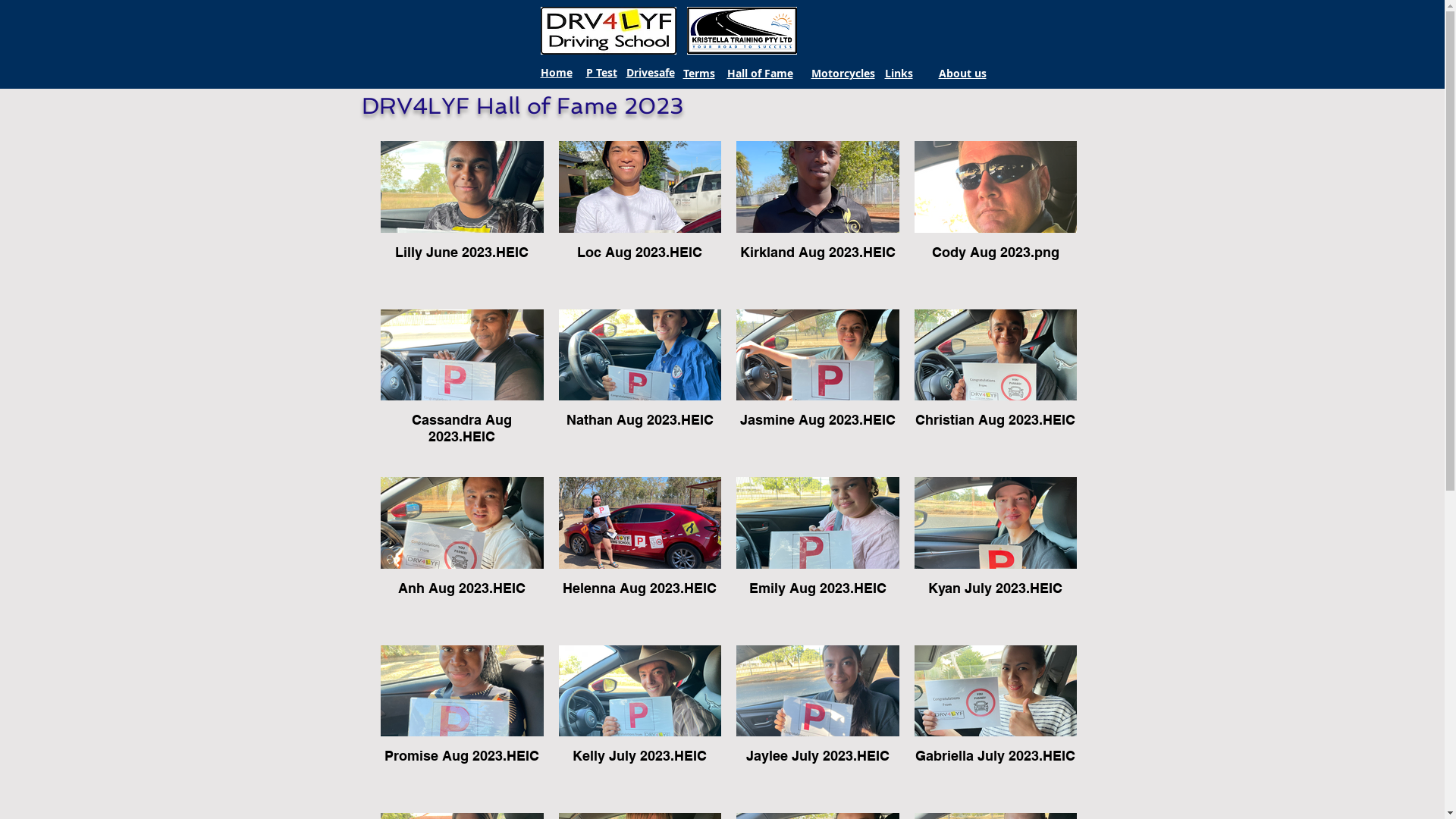 The image size is (1456, 819). Describe the element at coordinates (898, 73) in the screenshot. I see `'Links'` at that location.